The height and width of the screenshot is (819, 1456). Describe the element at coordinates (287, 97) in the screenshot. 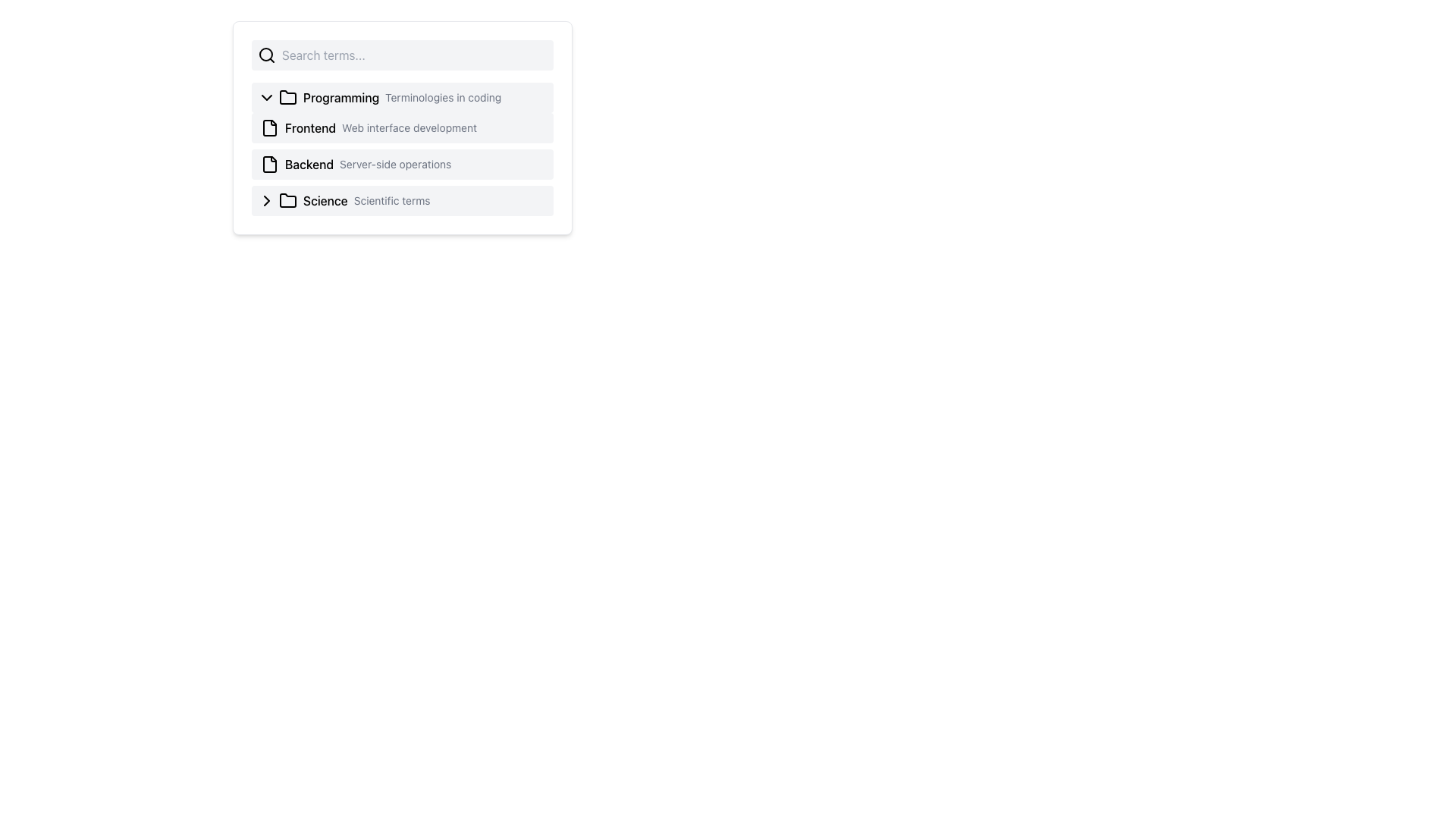

I see `the small folder icon located to the left of the 'Programming' title text in the dropdown menu titled 'Search terms'` at that location.